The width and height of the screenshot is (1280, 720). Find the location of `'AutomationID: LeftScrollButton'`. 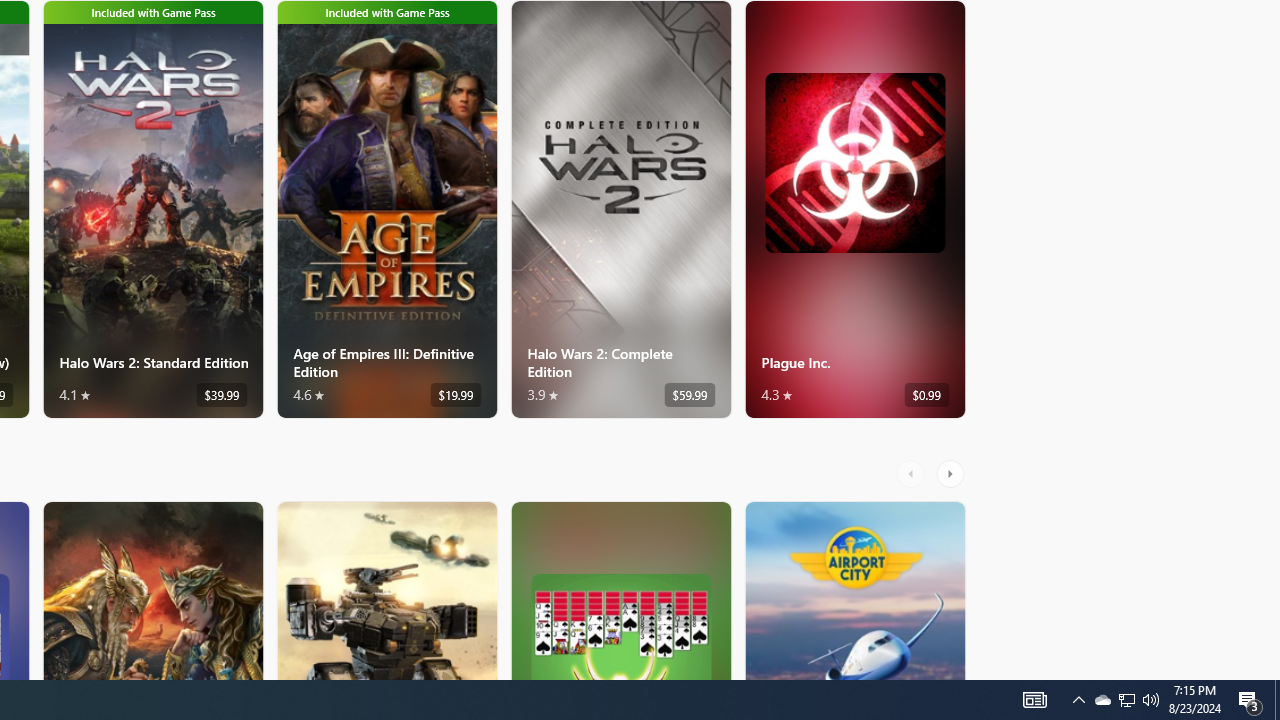

'AutomationID: LeftScrollButton' is located at coordinates (912, 473).